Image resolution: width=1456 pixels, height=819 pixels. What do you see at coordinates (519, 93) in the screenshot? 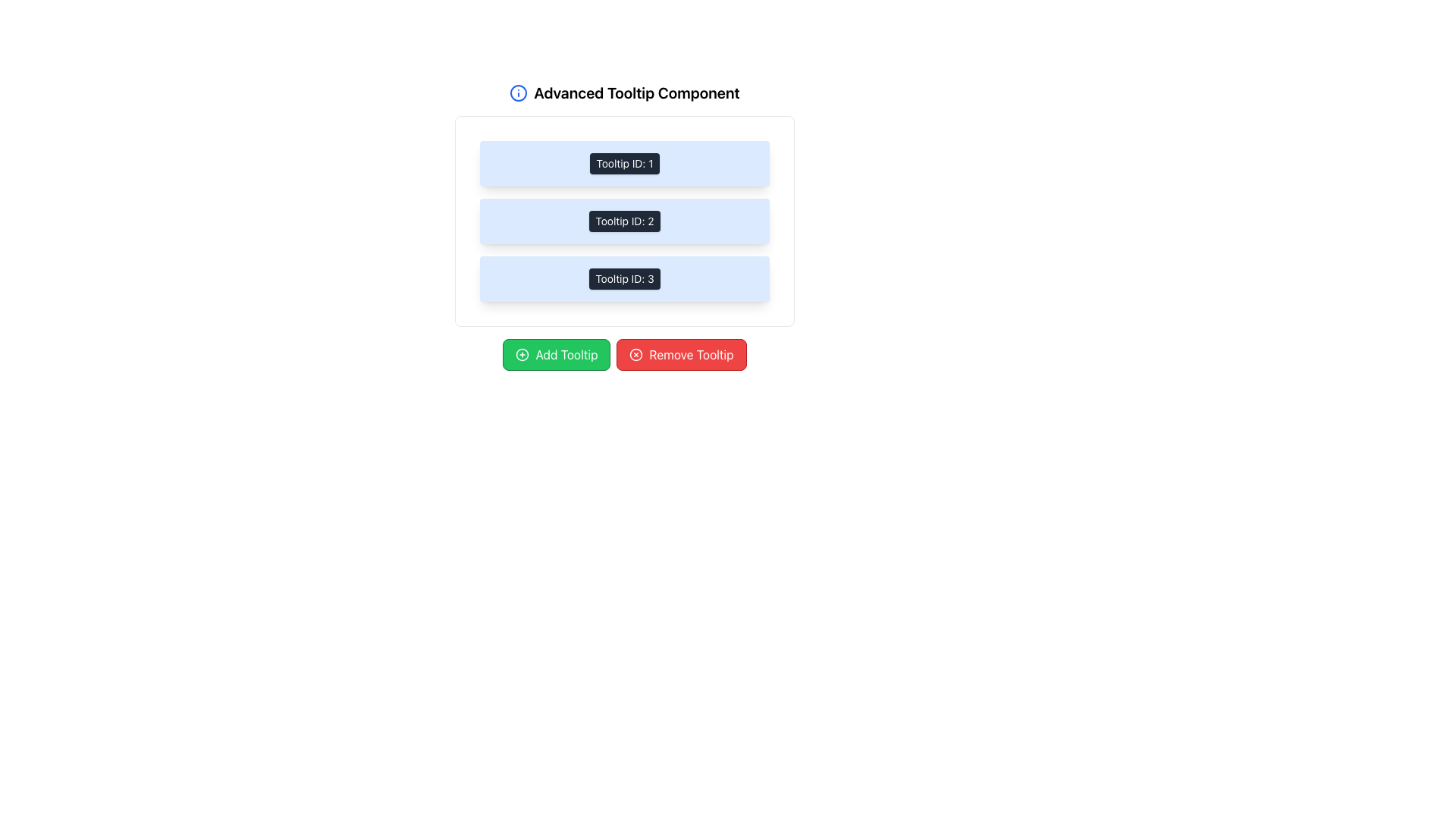
I see `the circular icon with a blue outline, containing a dot and a vertical line, located to the left of the title 'Advanced Tooltip Component'` at bounding box center [519, 93].